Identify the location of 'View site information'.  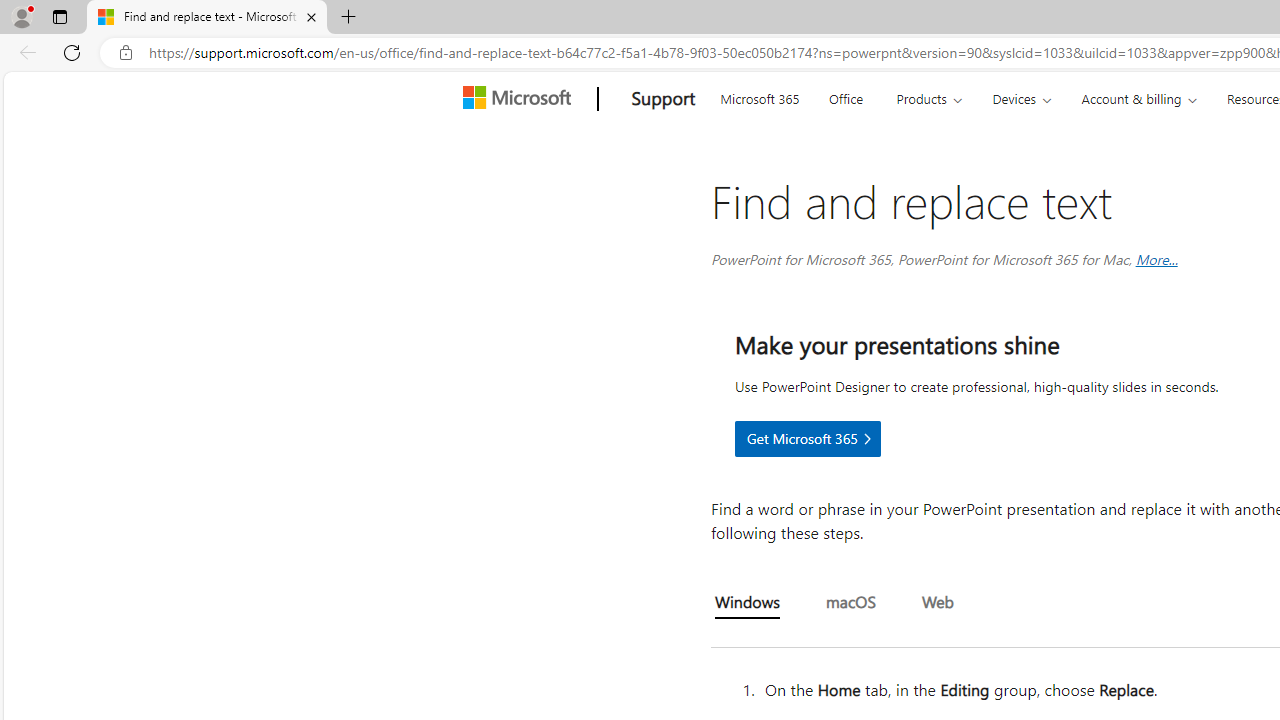
(125, 52).